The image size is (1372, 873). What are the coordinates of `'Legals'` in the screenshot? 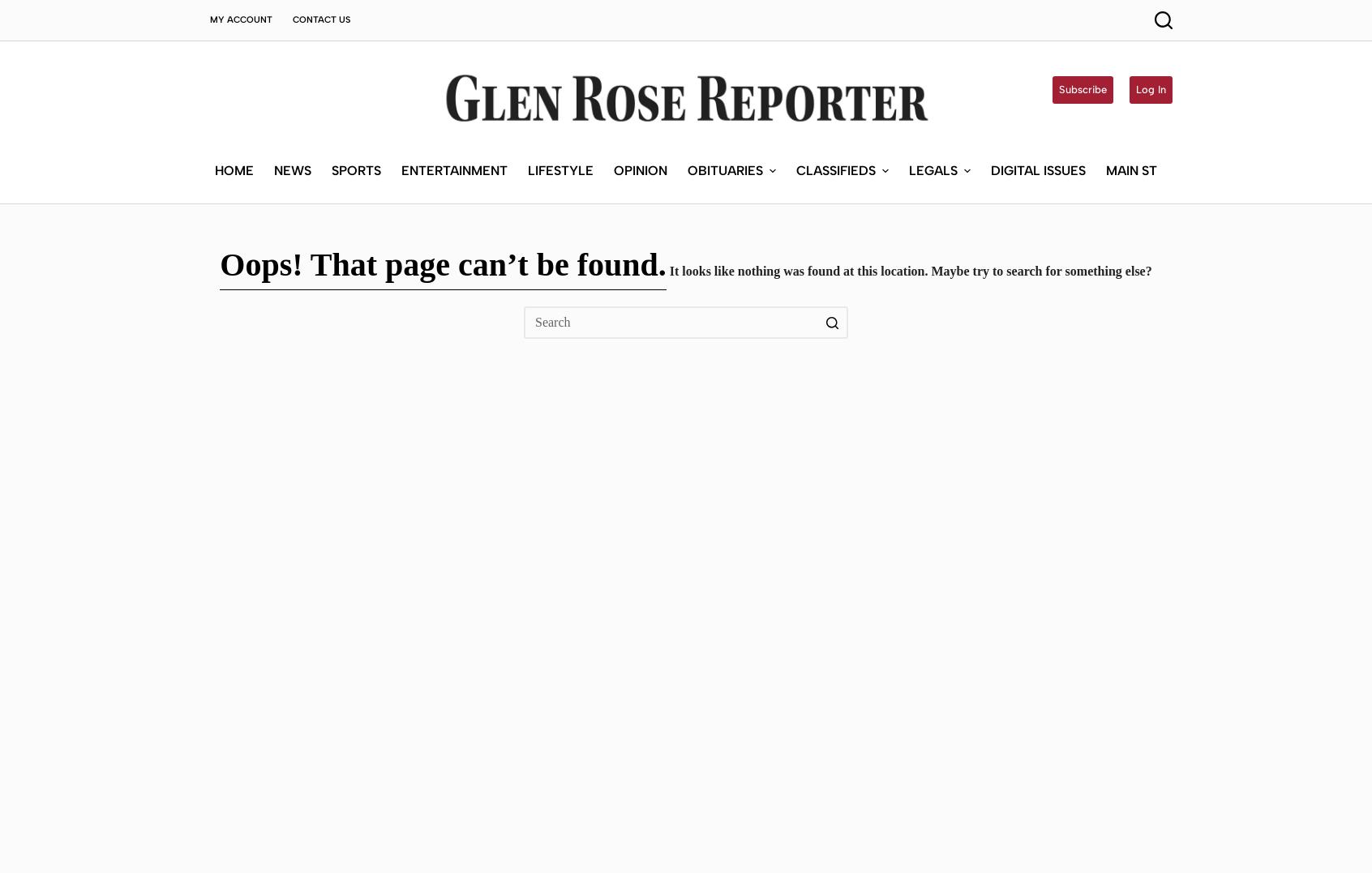 It's located at (933, 51).